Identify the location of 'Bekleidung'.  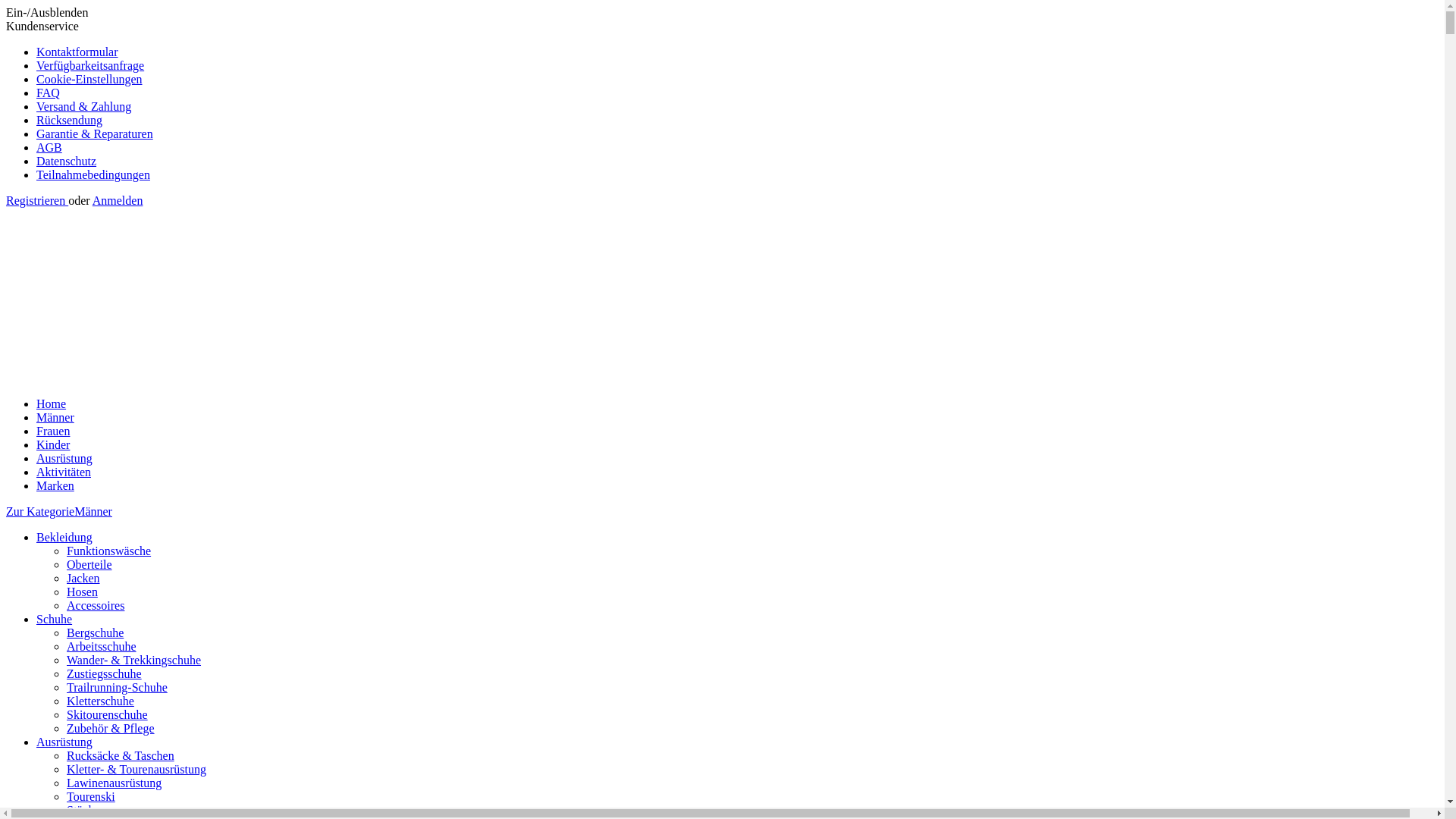
(64, 536).